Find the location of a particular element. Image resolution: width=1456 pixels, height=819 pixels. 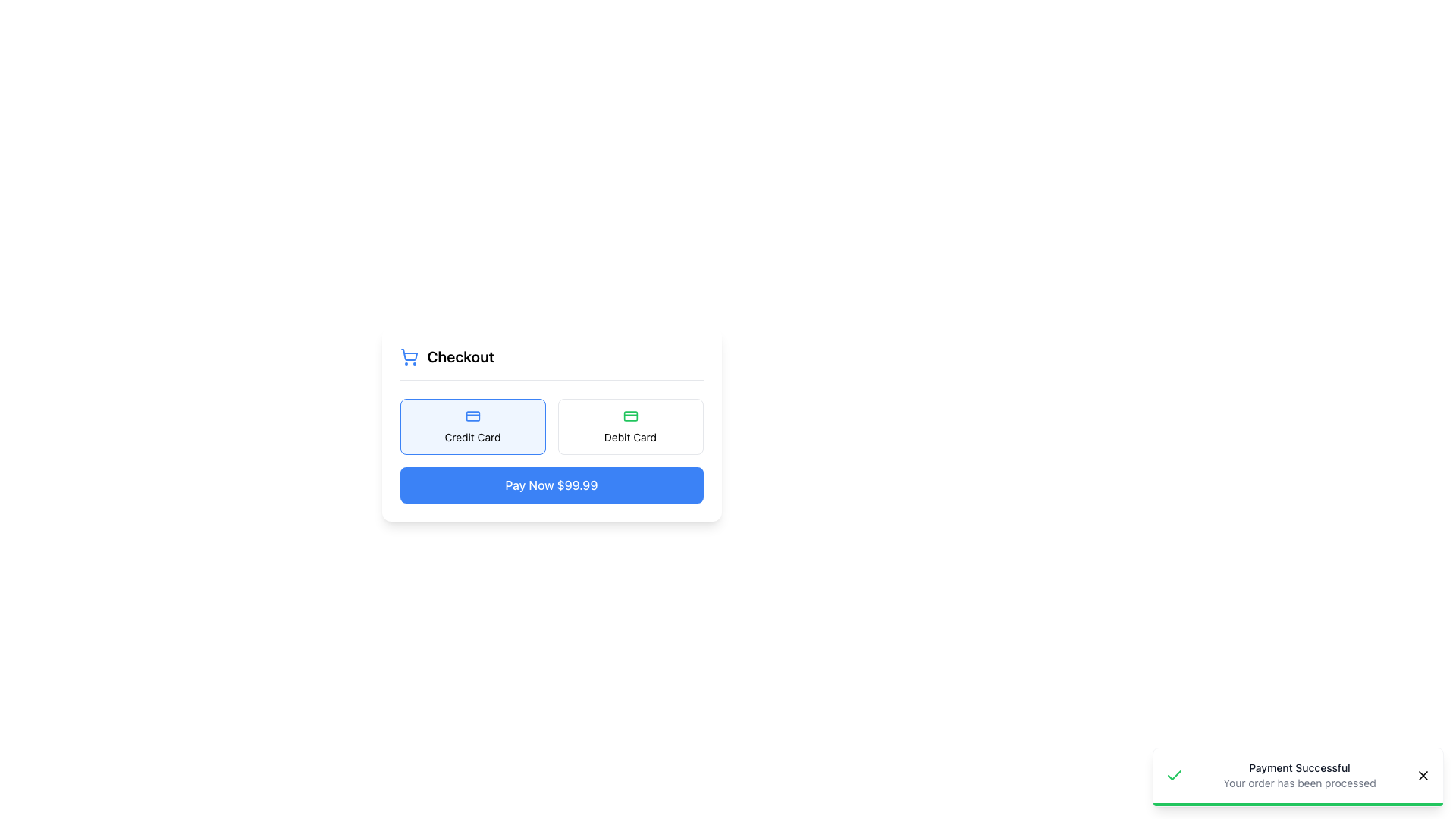

decorative SVG element located at the center-left of the card UI by clicking on it is located at coordinates (630, 416).